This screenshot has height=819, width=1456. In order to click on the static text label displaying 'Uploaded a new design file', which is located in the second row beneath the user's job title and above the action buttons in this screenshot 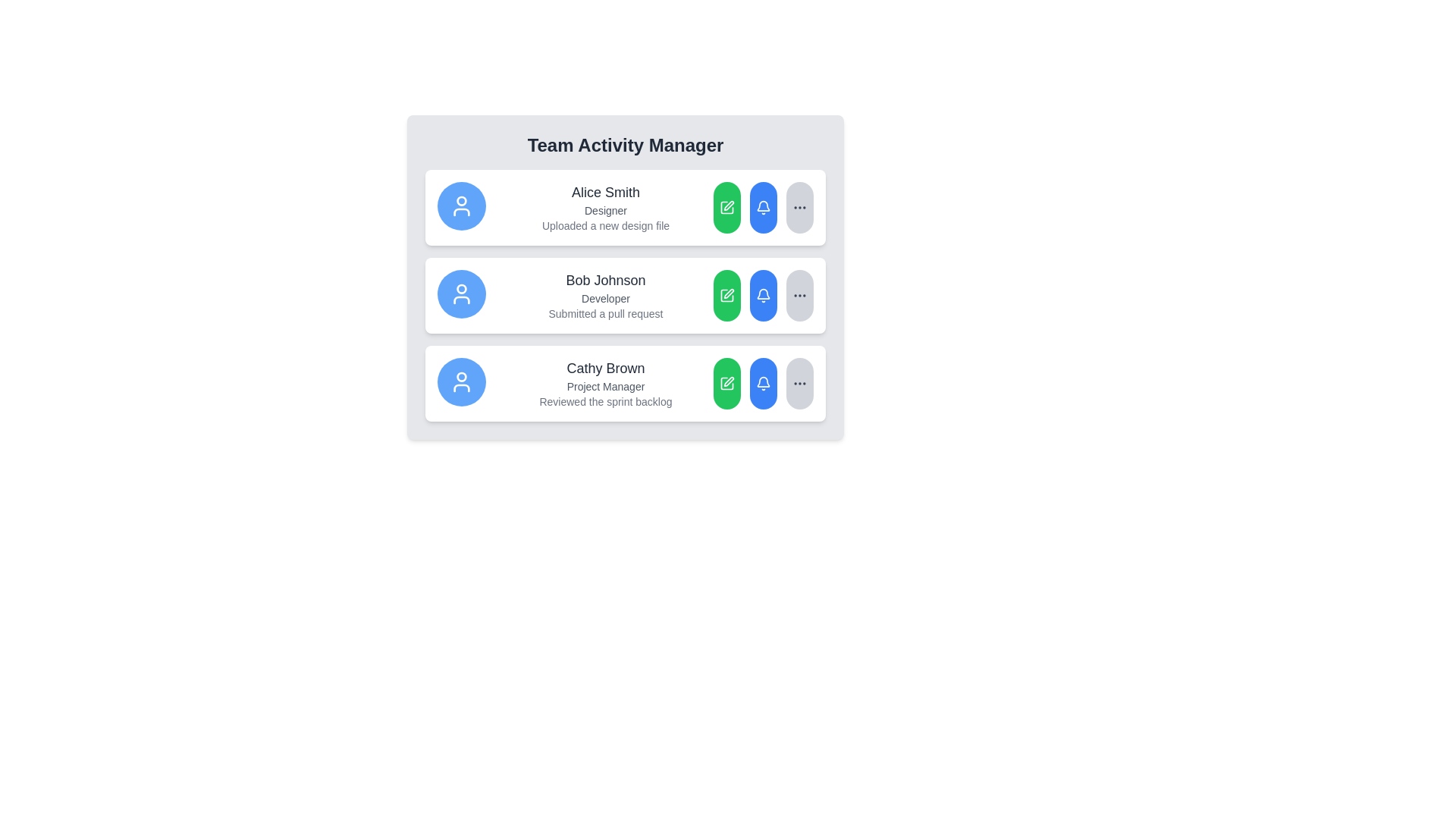, I will do `click(604, 225)`.